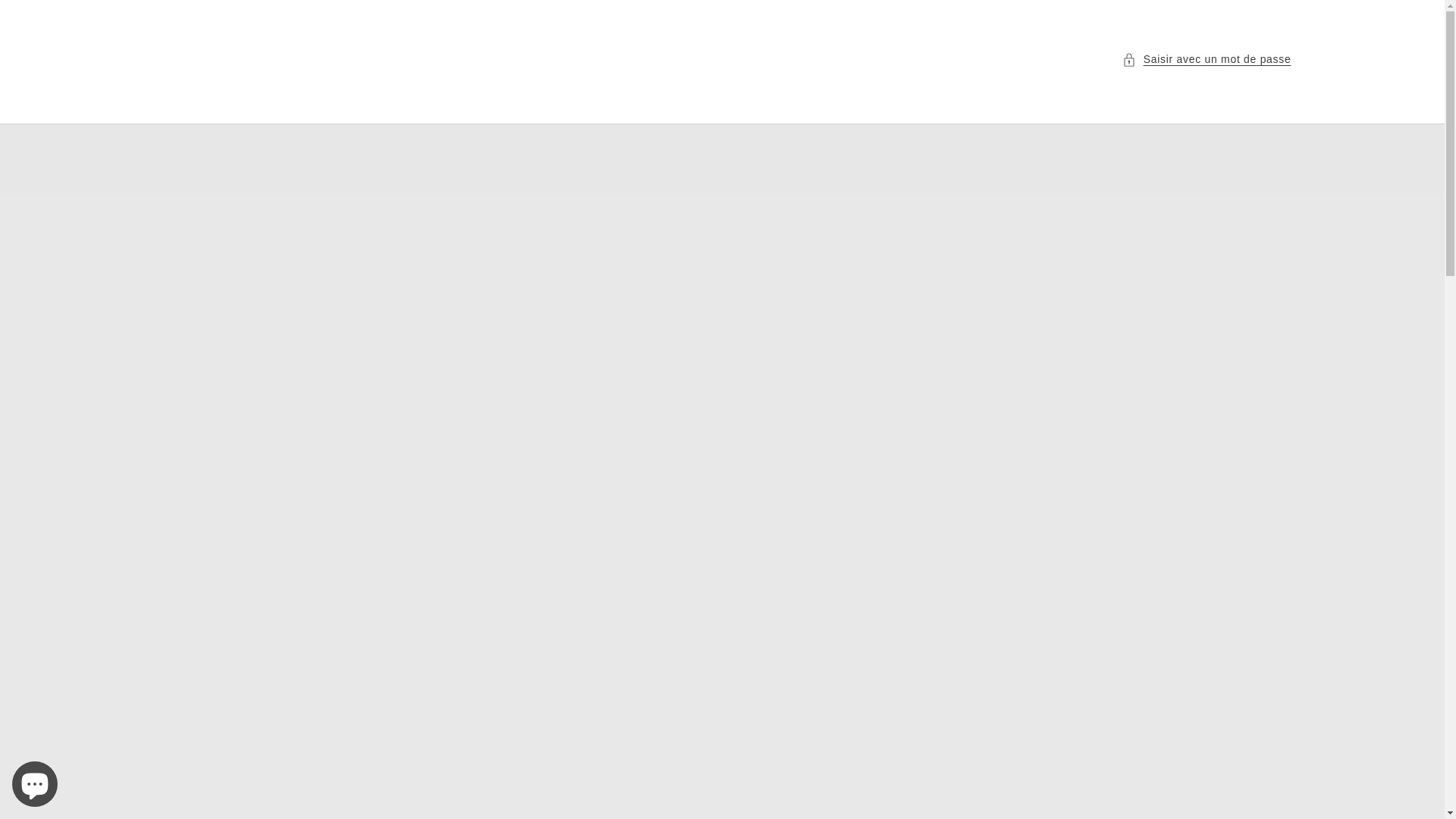 The height and width of the screenshot is (819, 1456). I want to click on 'Chat de la boutique en ligne Shopify', so click(35, 780).